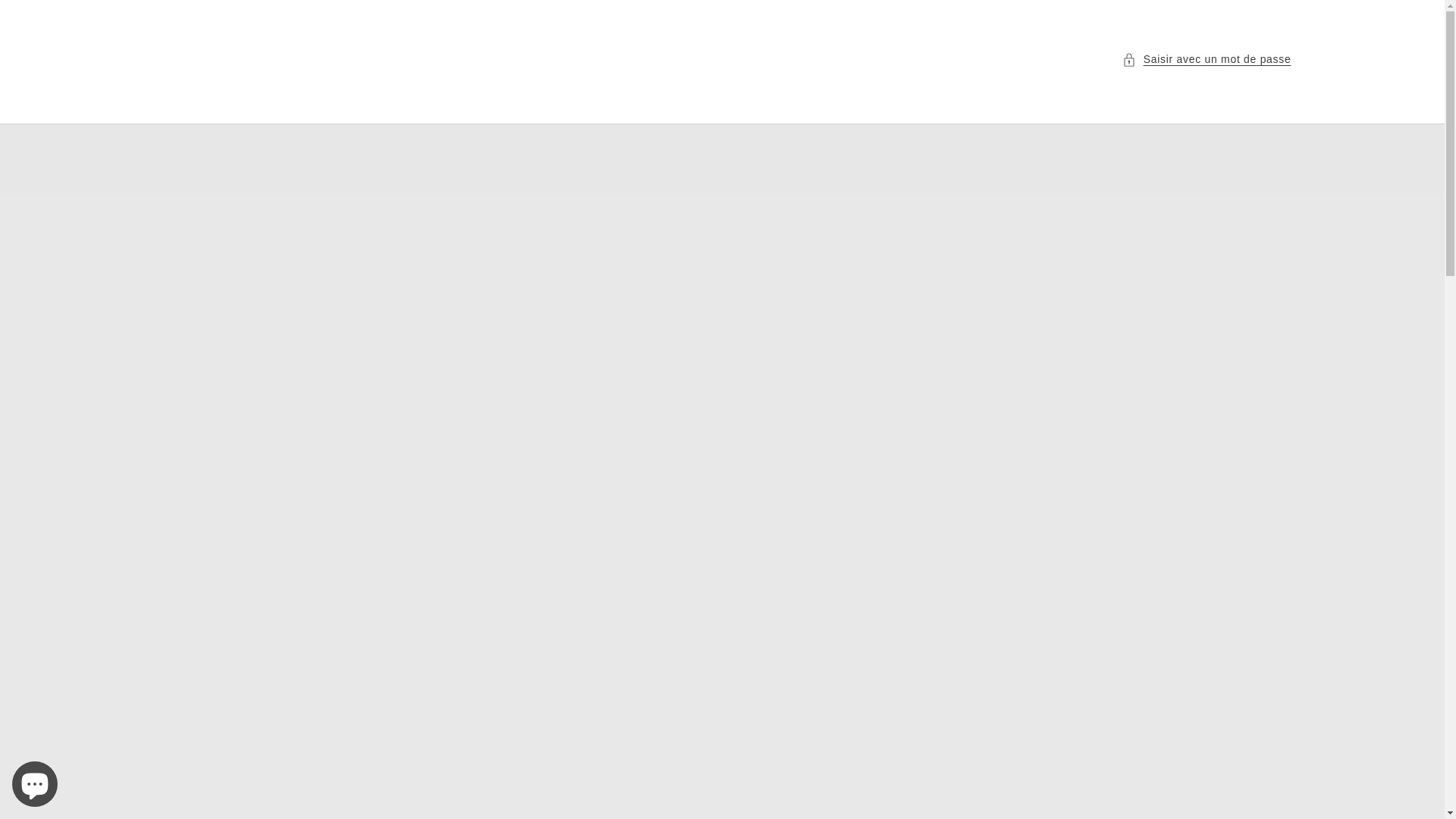 The height and width of the screenshot is (819, 1456). I want to click on 'Chat de la boutique en ligne Shopify', so click(35, 780).